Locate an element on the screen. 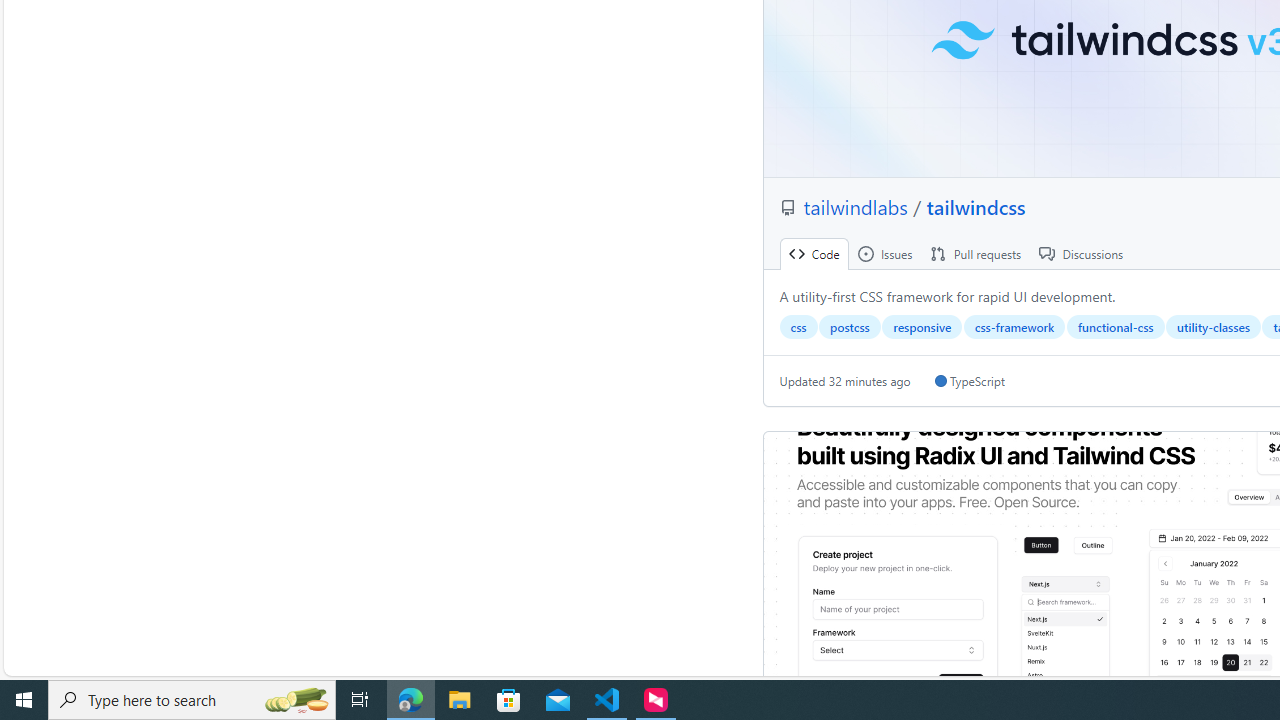  'TypeScript' is located at coordinates (969, 381).